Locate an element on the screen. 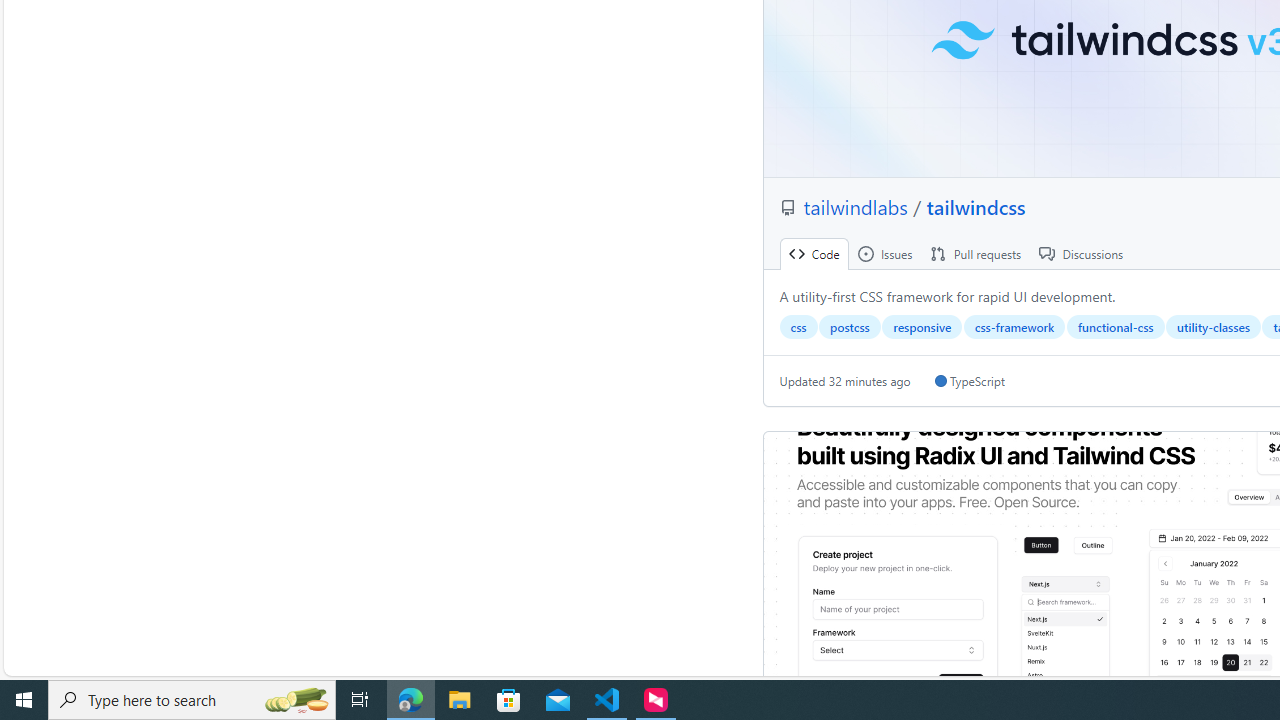  'TypeScript' is located at coordinates (969, 381).